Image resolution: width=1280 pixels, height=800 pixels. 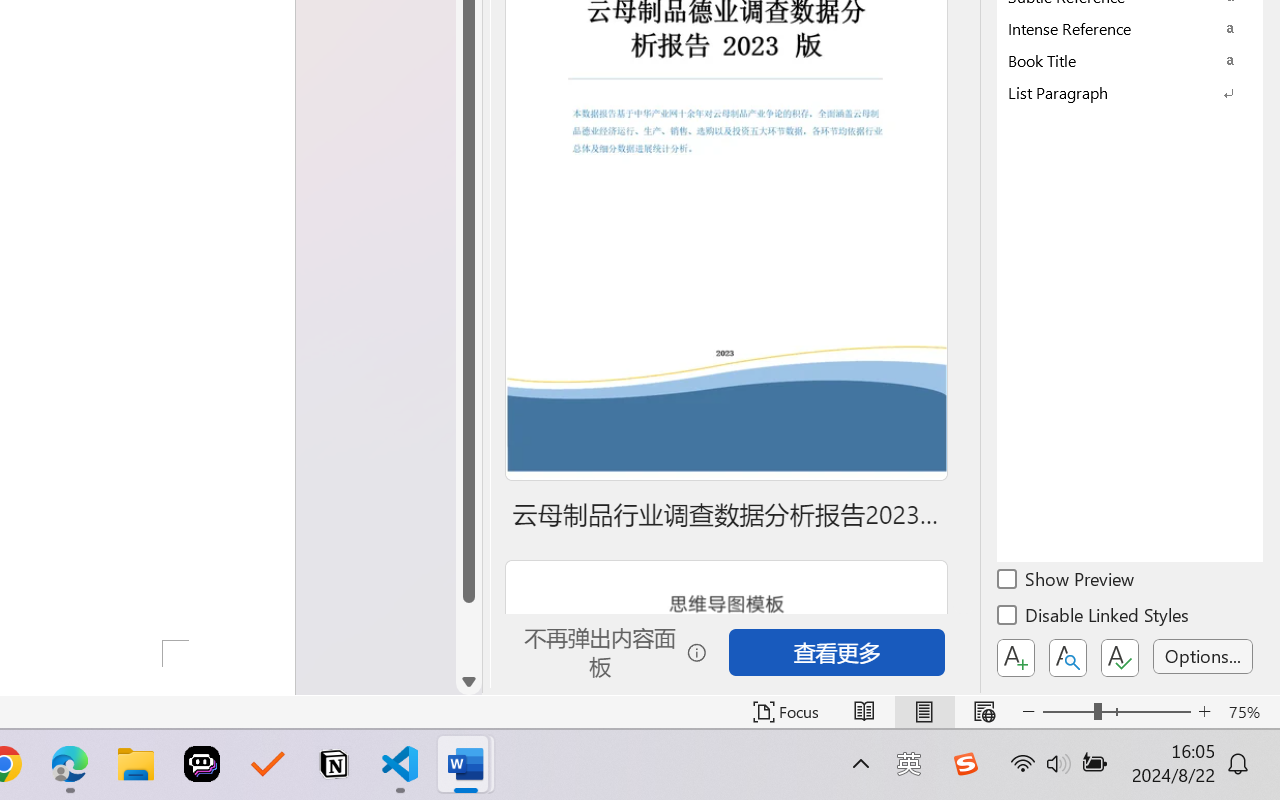 I want to click on 'Options...', so click(x=1202, y=655).